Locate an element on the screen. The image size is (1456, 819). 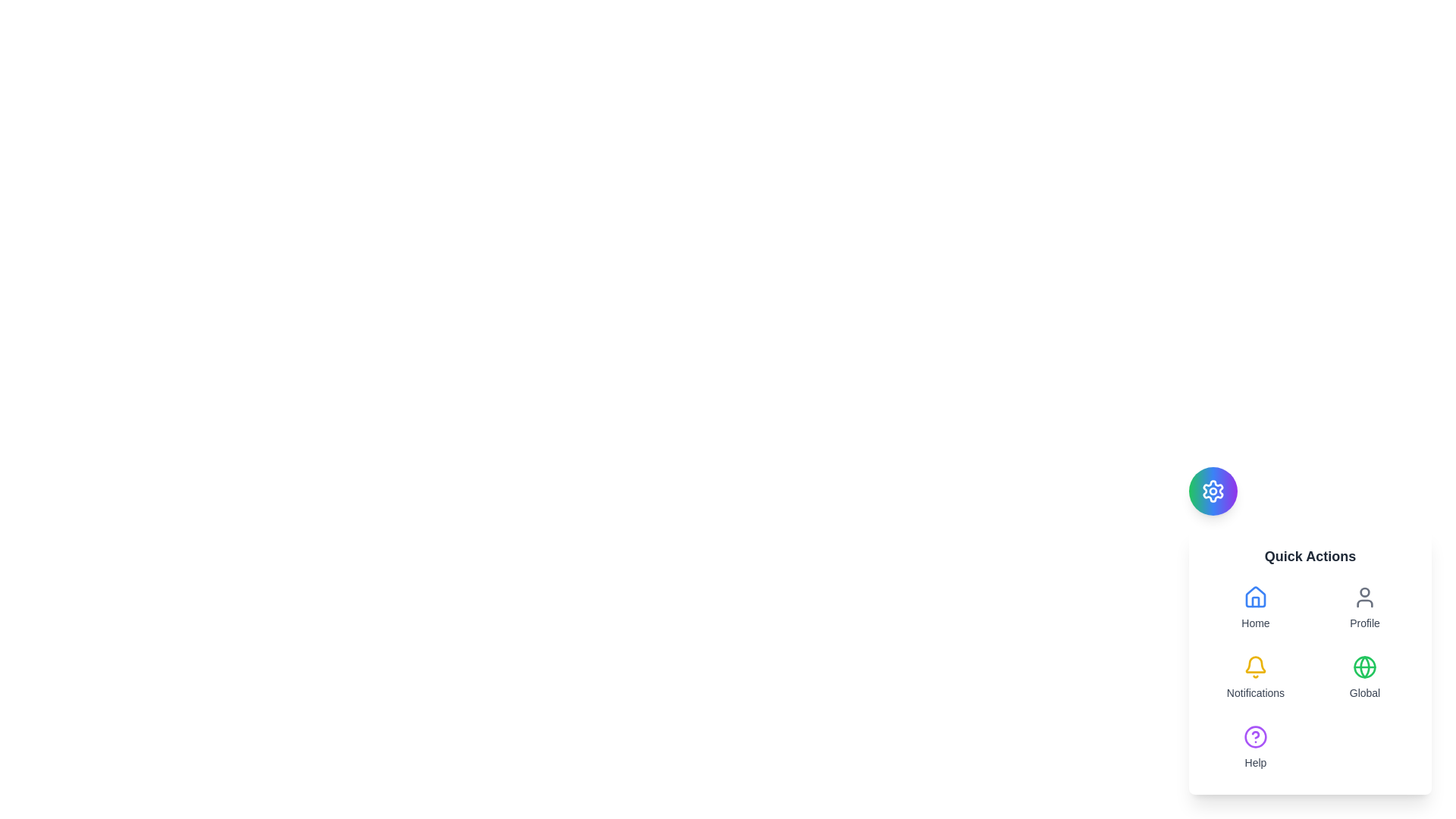
the 'Help' icon located in the bottom section of the 'Quick Actions' panel is located at coordinates (1256, 736).